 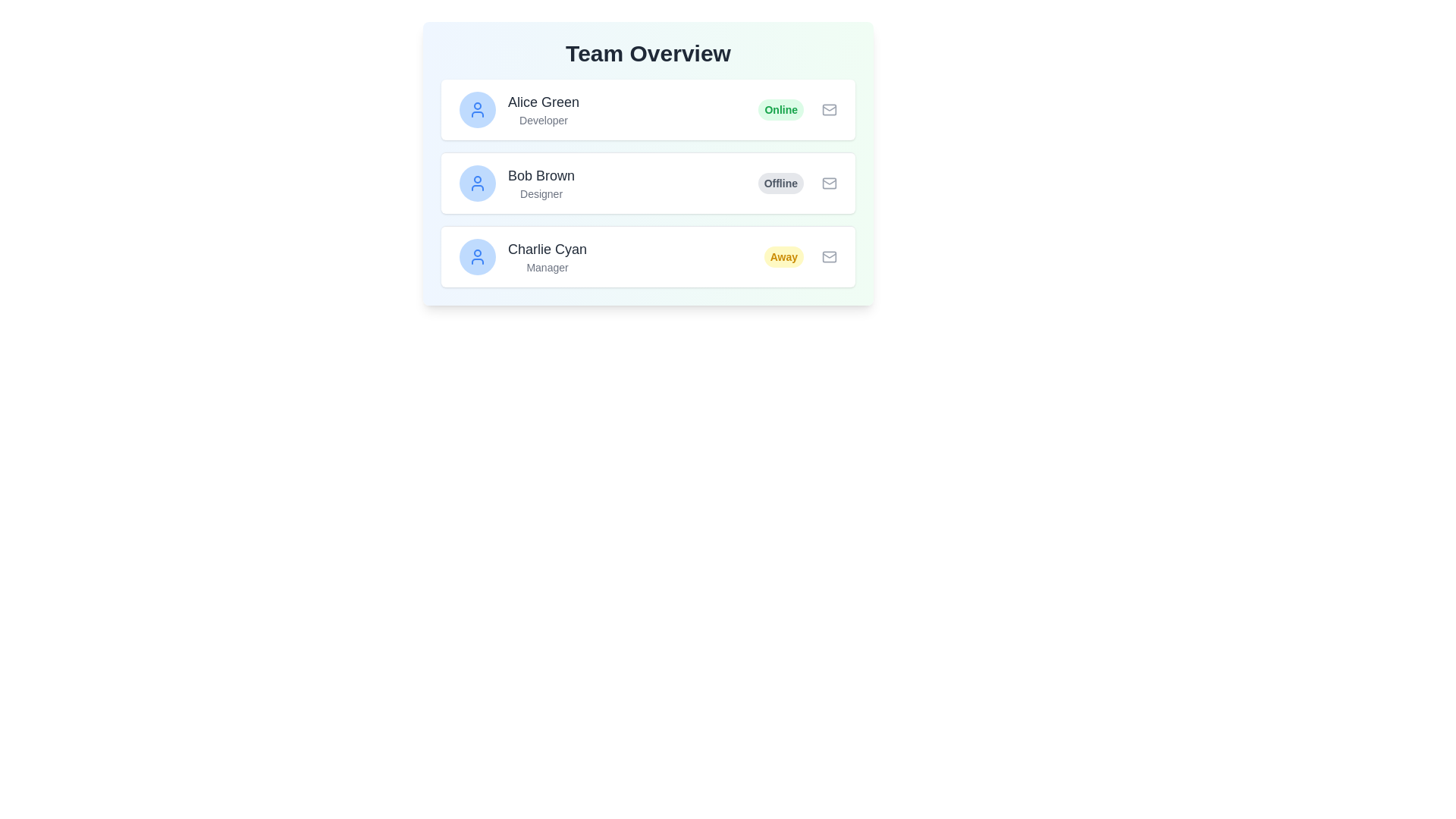 What do you see at coordinates (547, 267) in the screenshot?
I see `the static text label that indicates the role 'Manager' of the individual 'Charlie Cyan' in the team overview, located below 'Charlie Cyan' in the third list item` at bounding box center [547, 267].